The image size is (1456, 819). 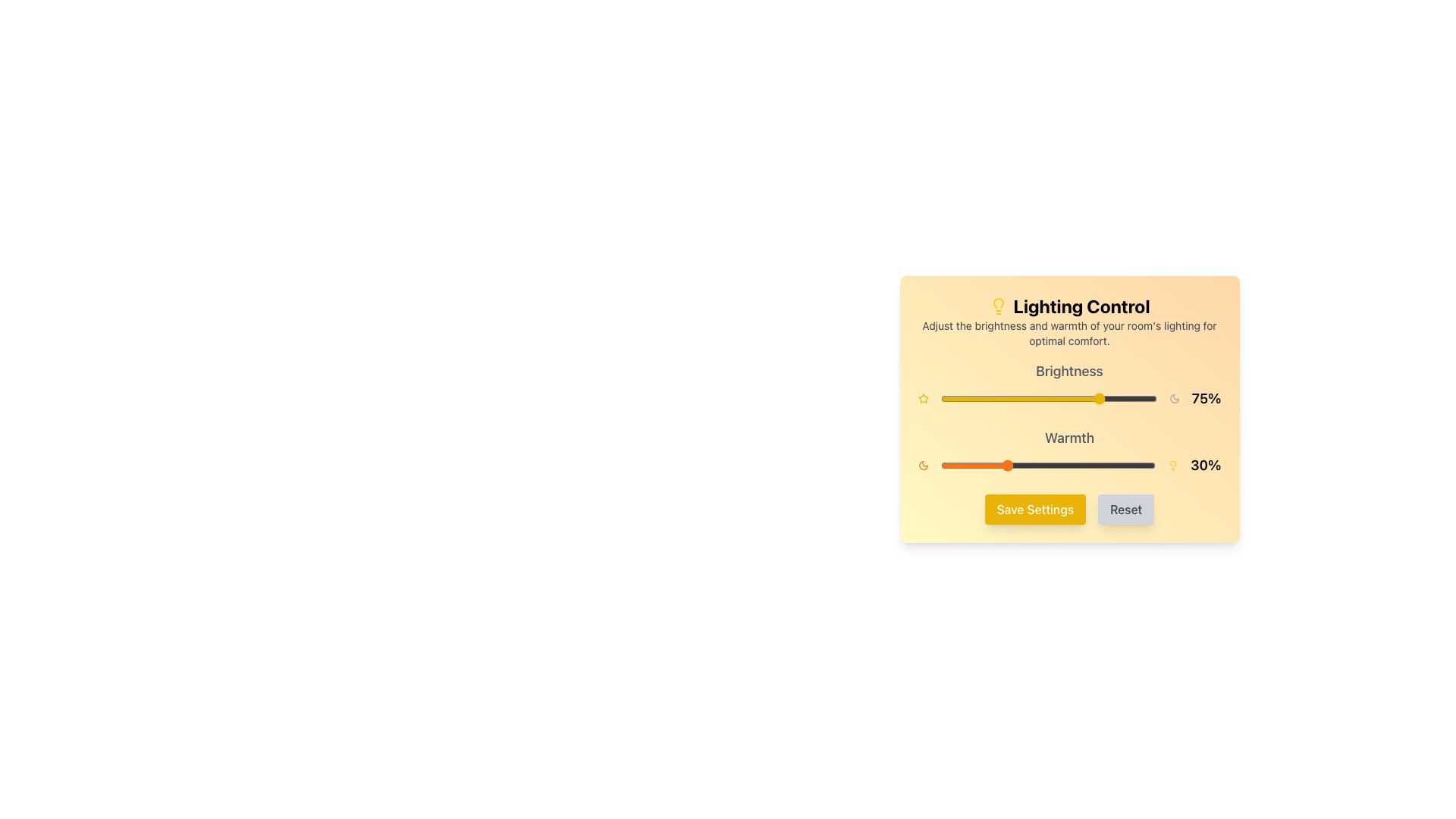 I want to click on the warmth, so click(x=996, y=464).